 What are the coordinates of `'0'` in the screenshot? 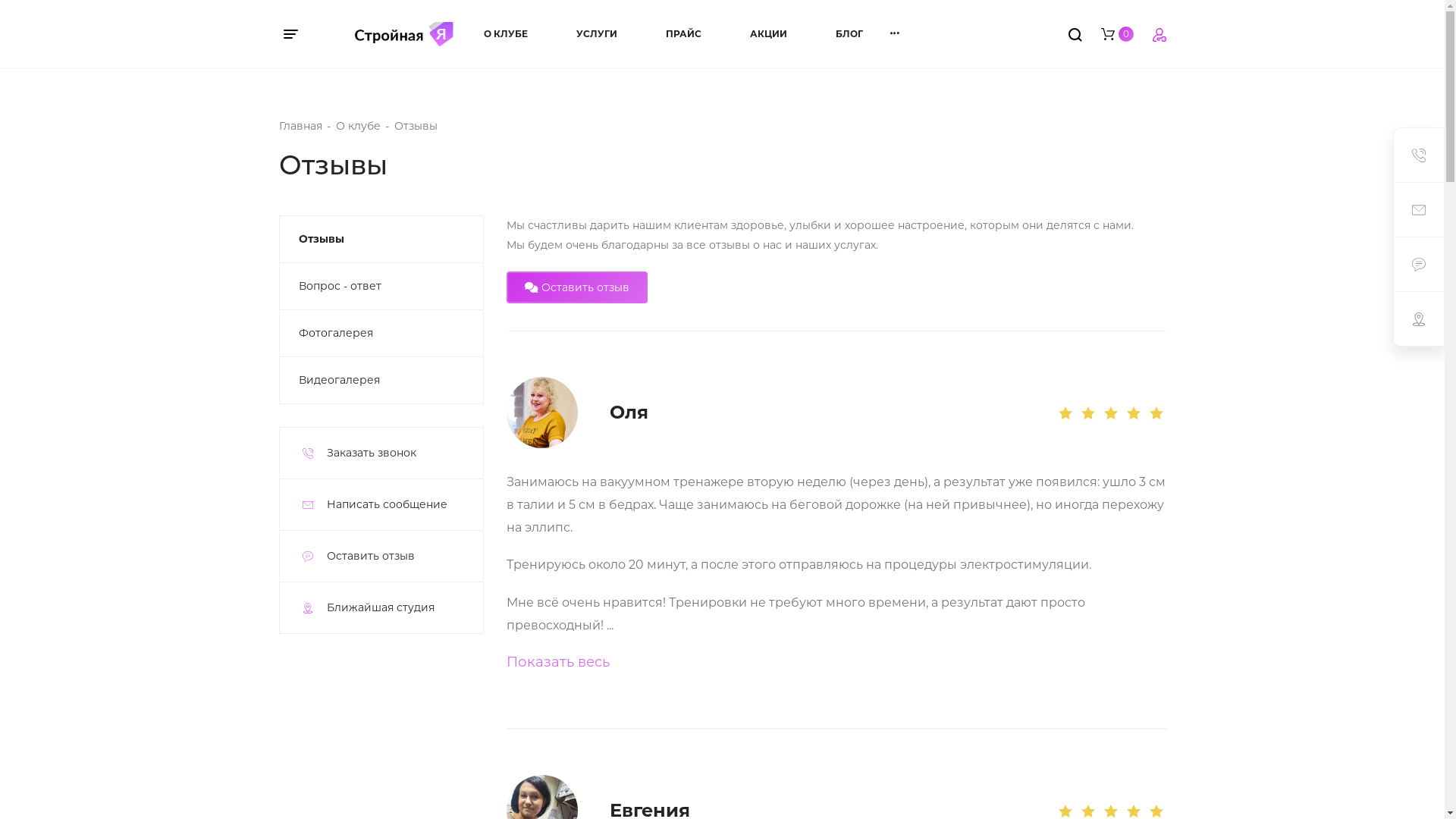 It's located at (1117, 33).